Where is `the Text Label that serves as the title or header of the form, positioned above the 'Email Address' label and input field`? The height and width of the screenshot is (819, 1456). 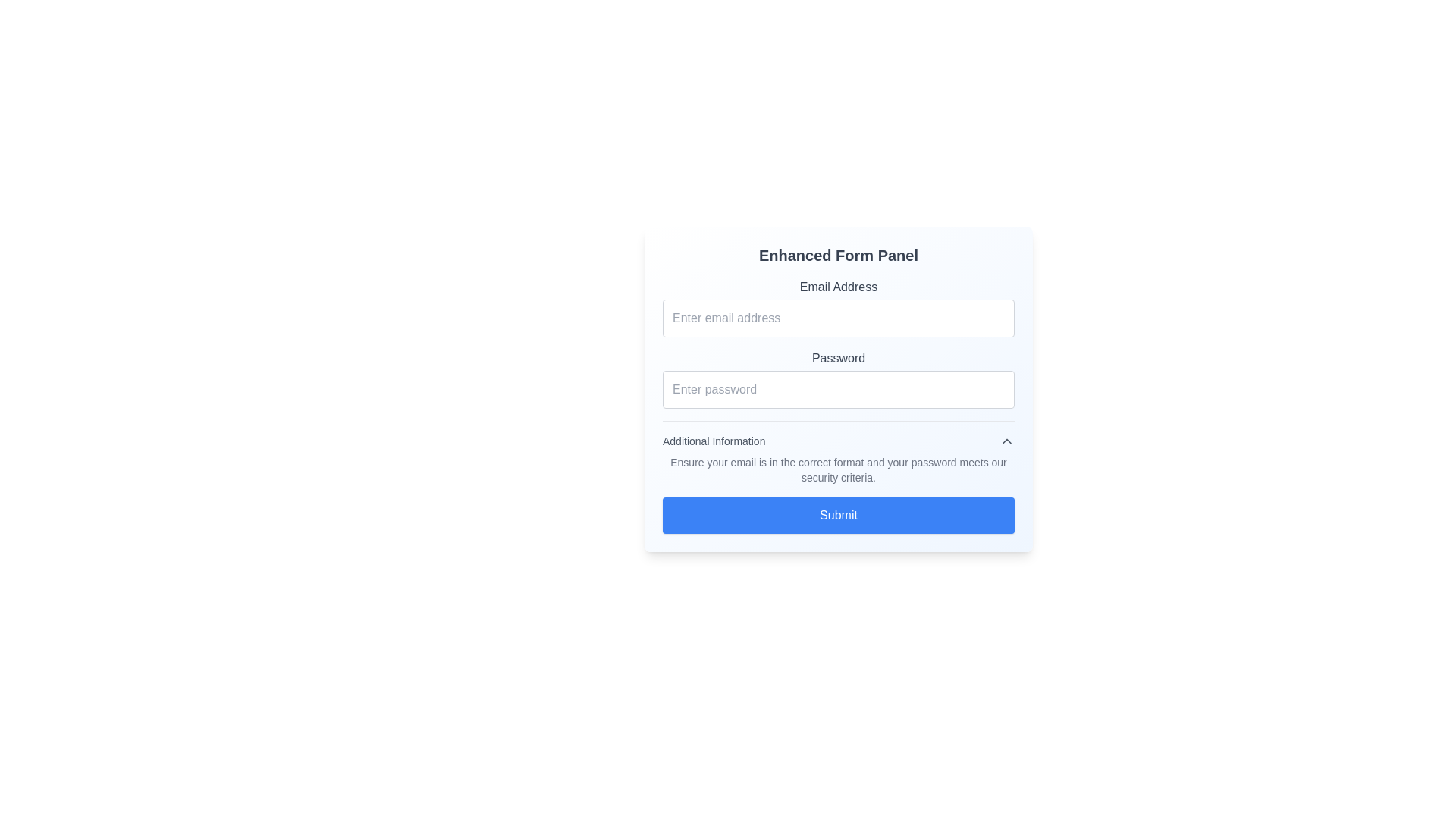 the Text Label that serves as the title or header of the form, positioned above the 'Email Address' label and input field is located at coordinates (837, 254).